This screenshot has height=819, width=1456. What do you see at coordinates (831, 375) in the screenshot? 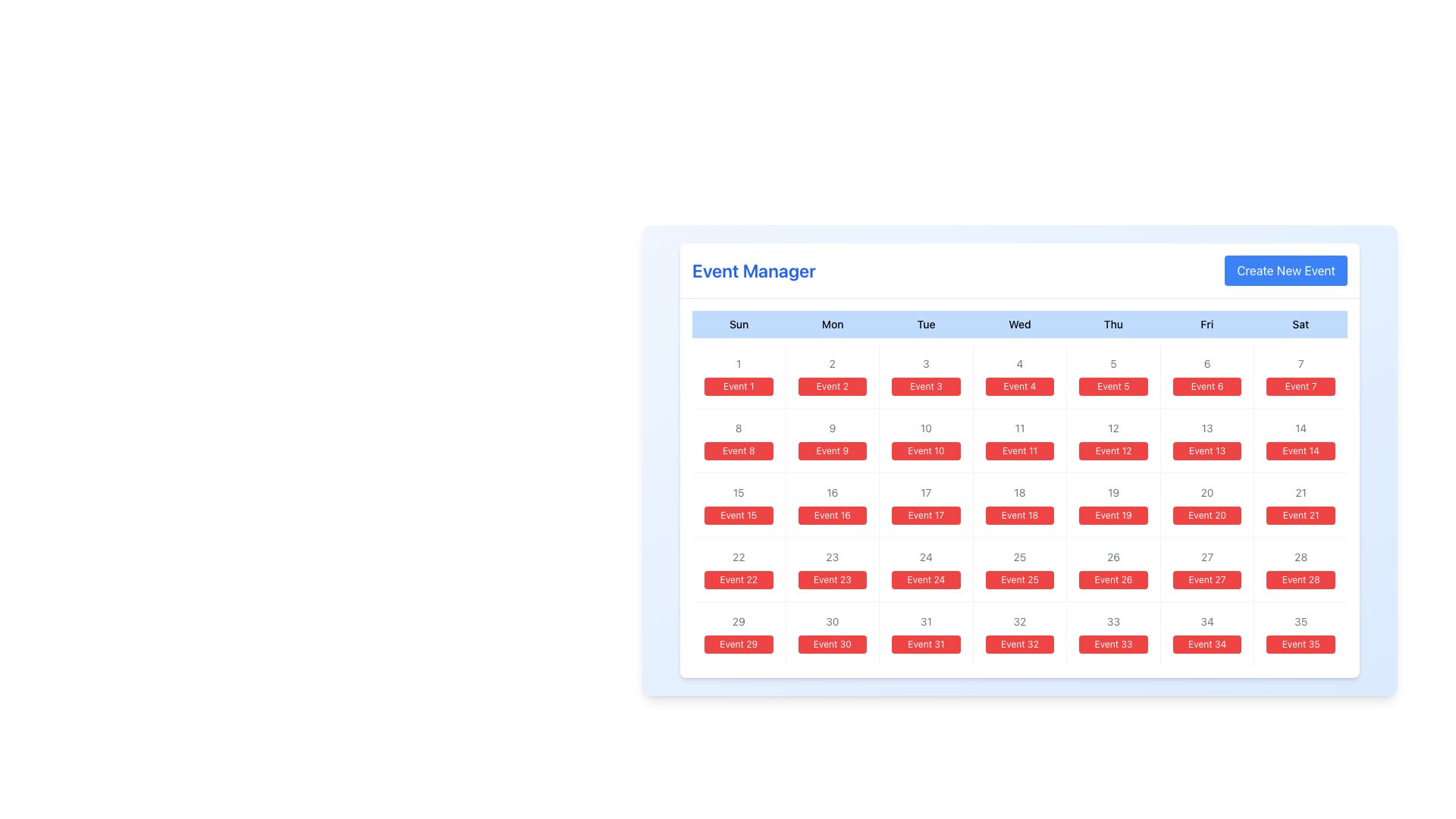
I see `the calendar event titled 'Event 2', which is the second item` at bounding box center [831, 375].